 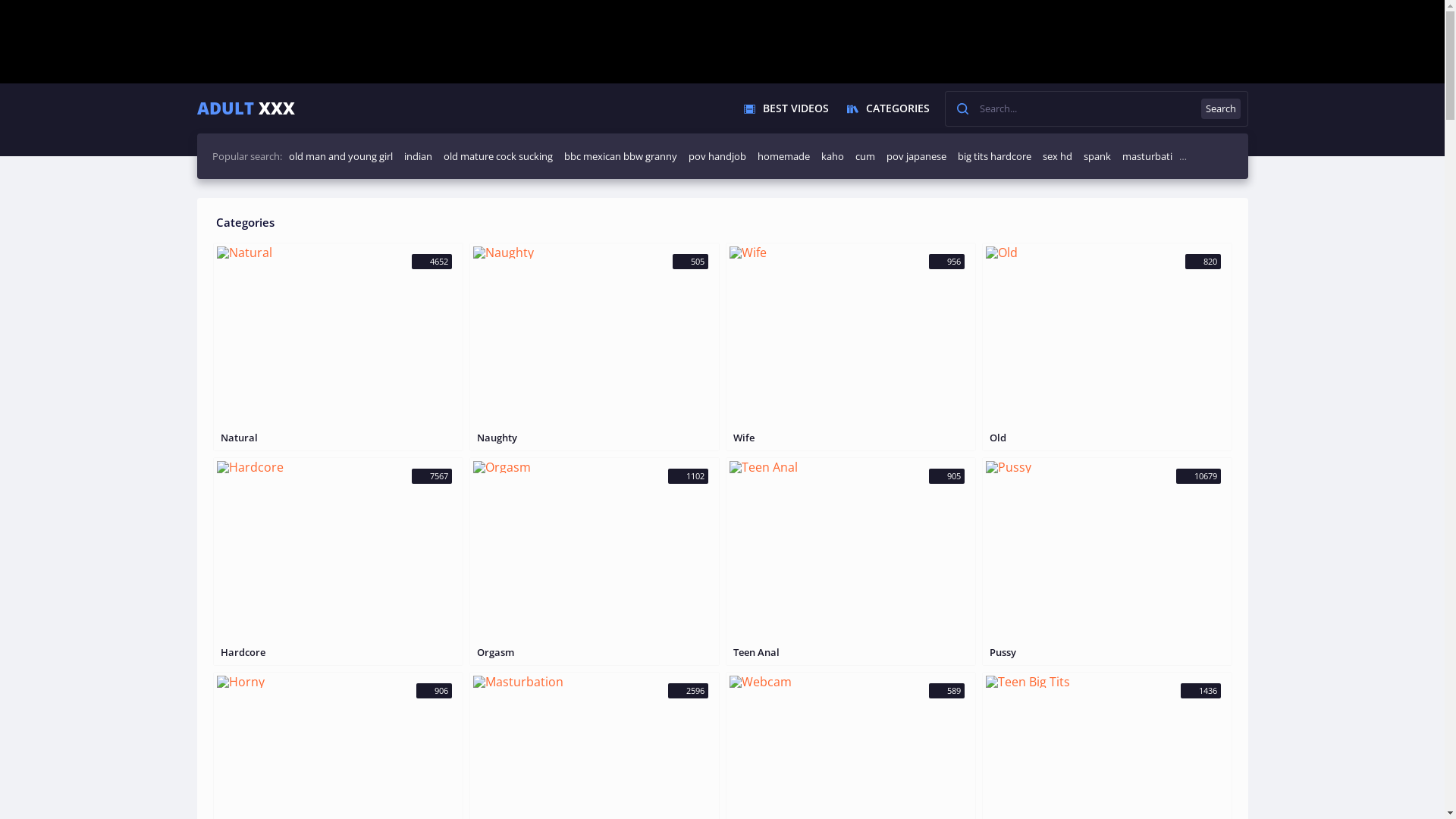 I want to click on 'homemade', so click(x=783, y=155).